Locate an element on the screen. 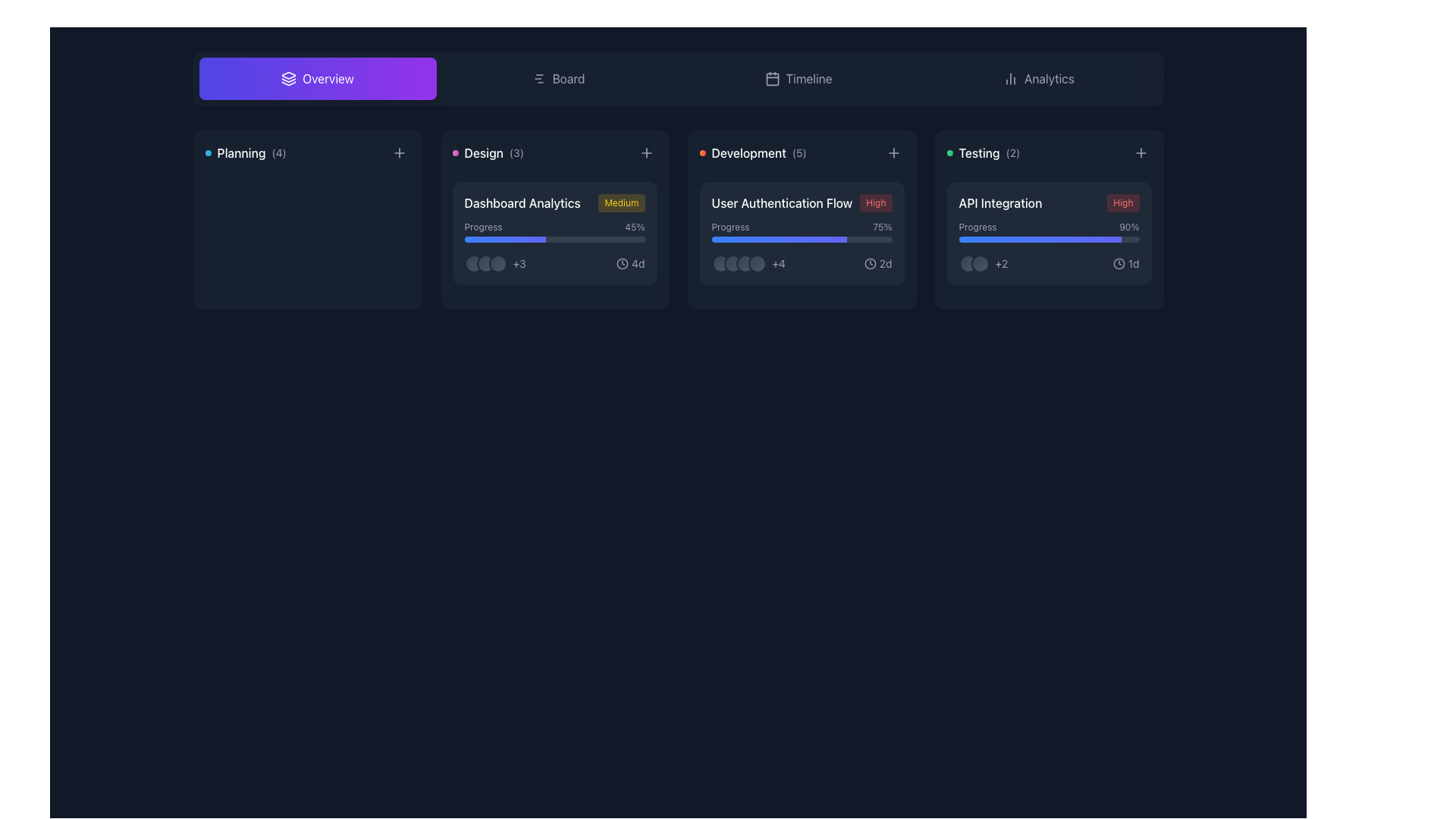 This screenshot has height=819, width=1456. the text label displaying the time-related value located in the bottom-right corner of the 'User Authentication Flow' UI card, next to the clock icon is located at coordinates (886, 262).